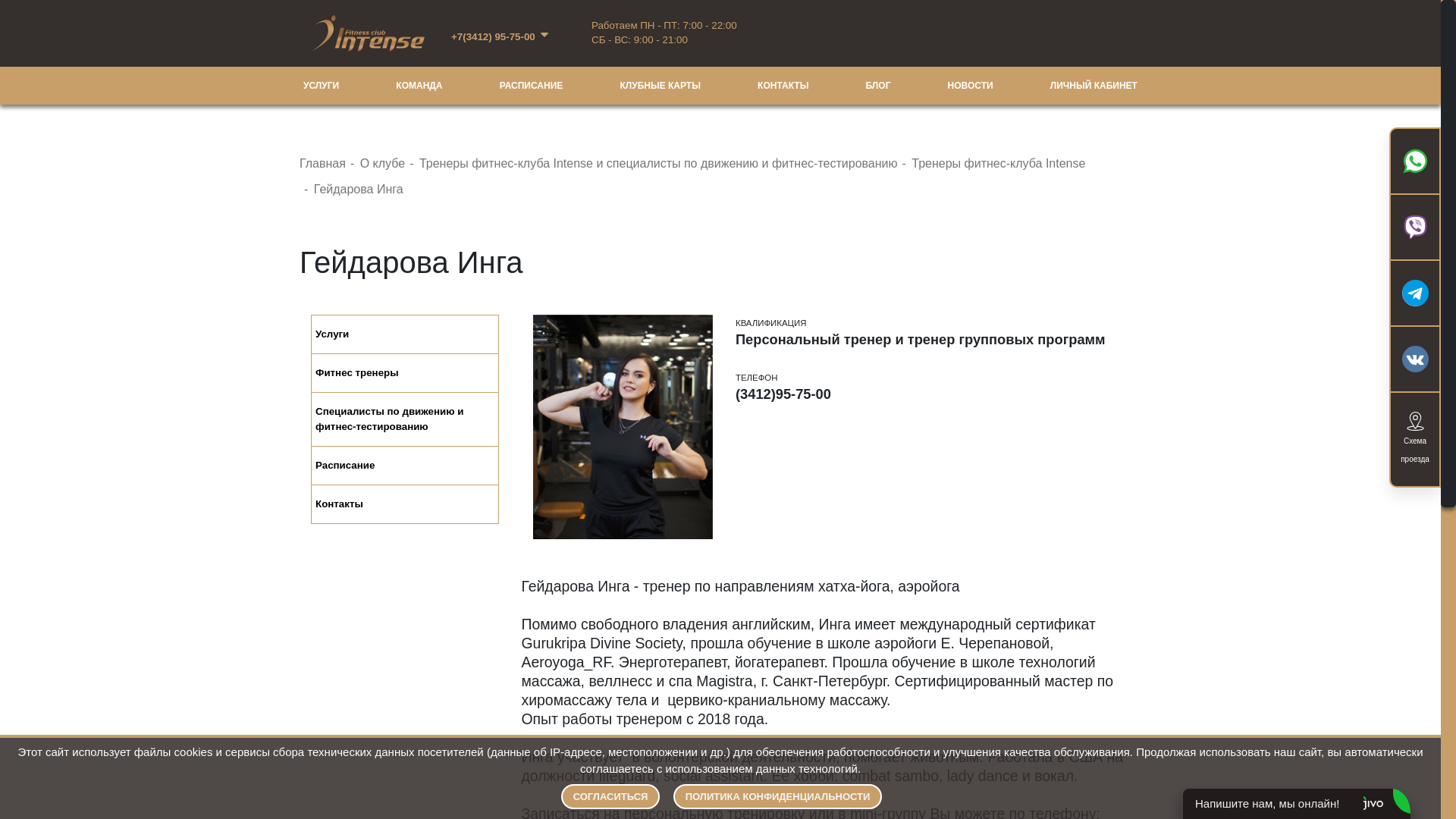  I want to click on 'telegram', so click(1414, 292).